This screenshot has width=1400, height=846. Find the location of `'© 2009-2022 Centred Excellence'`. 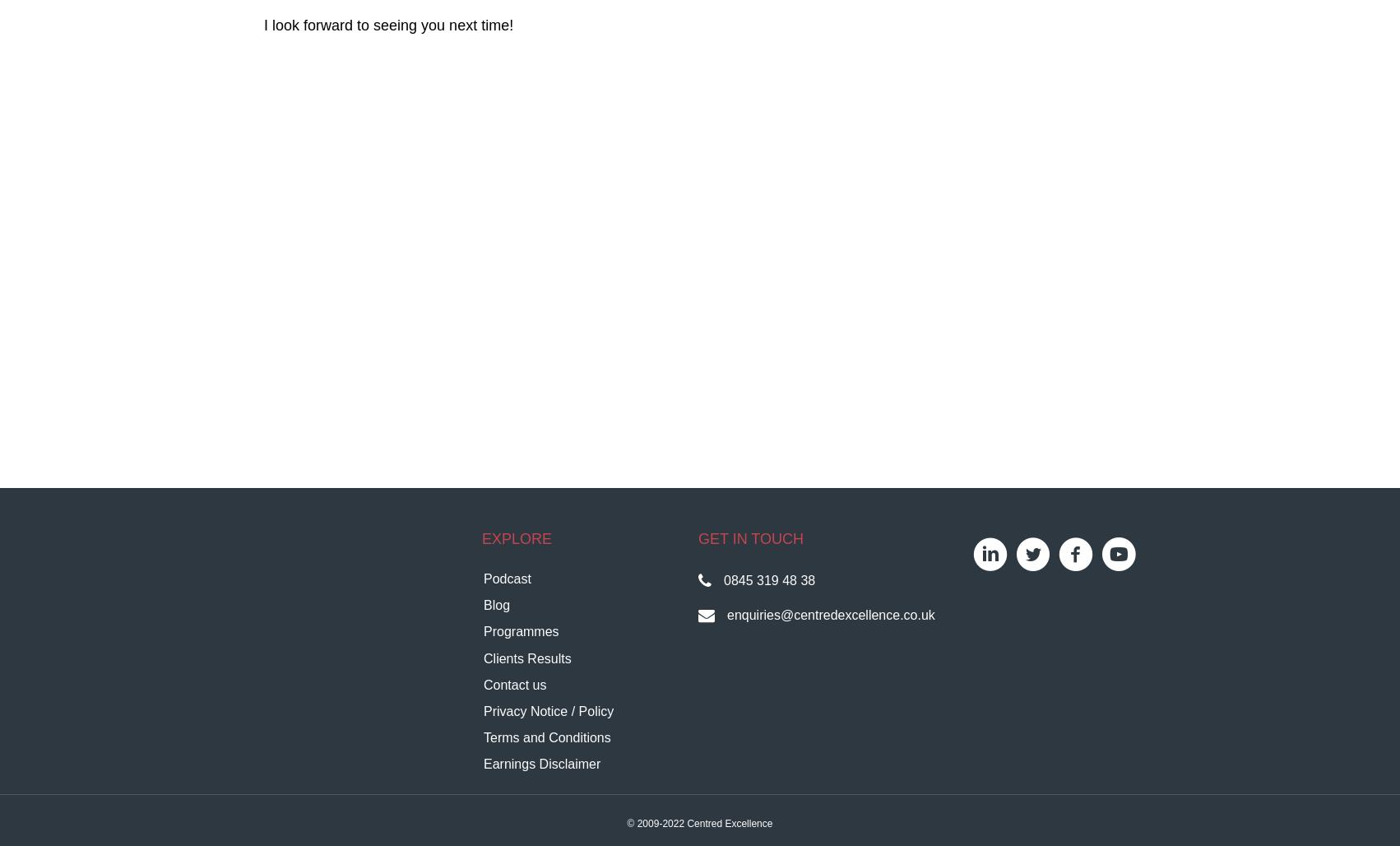

'© 2009-2022 Centred Excellence' is located at coordinates (698, 822).